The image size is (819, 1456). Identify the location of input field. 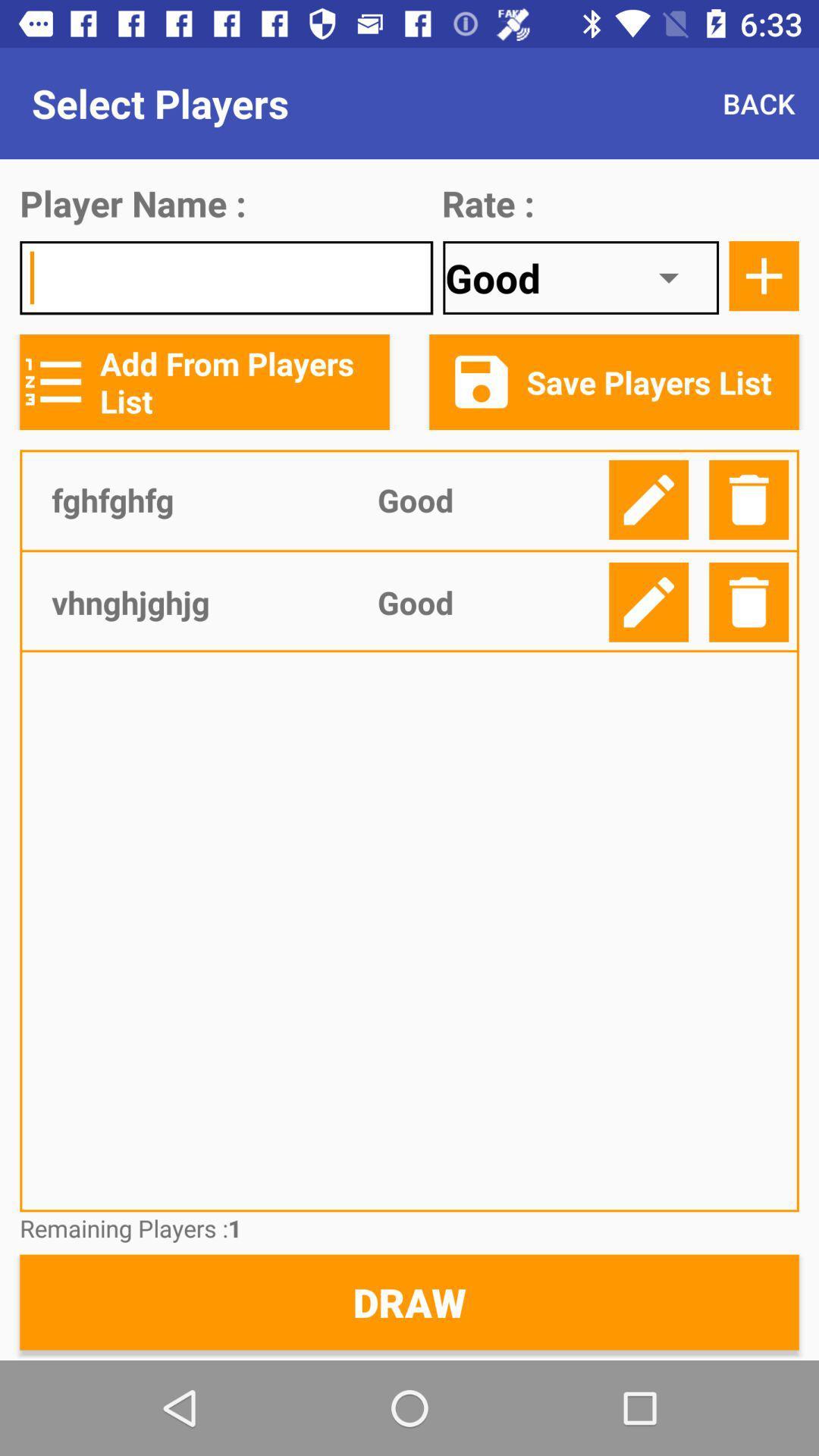
(226, 278).